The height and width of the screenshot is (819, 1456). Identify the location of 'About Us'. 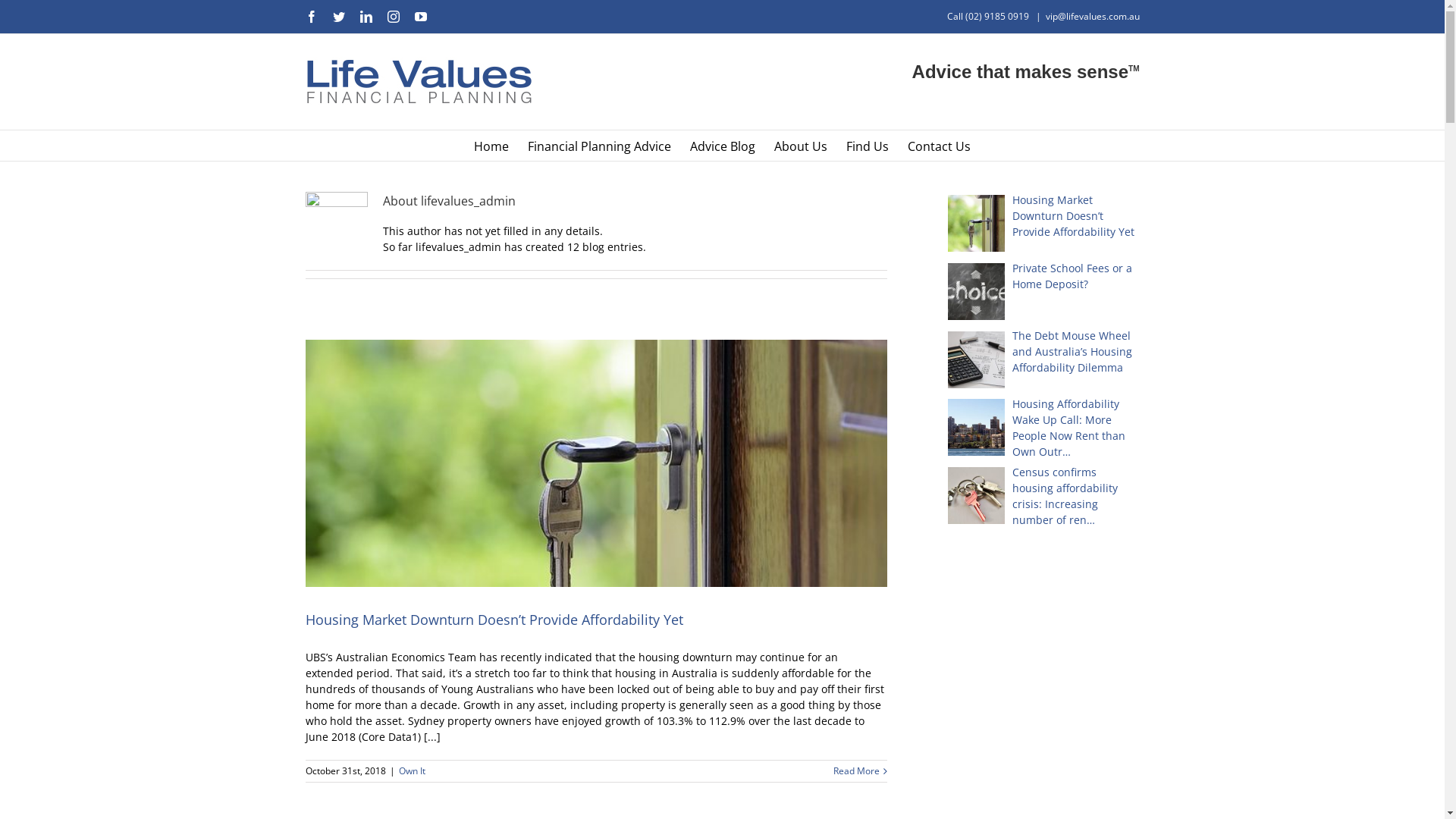
(800, 146).